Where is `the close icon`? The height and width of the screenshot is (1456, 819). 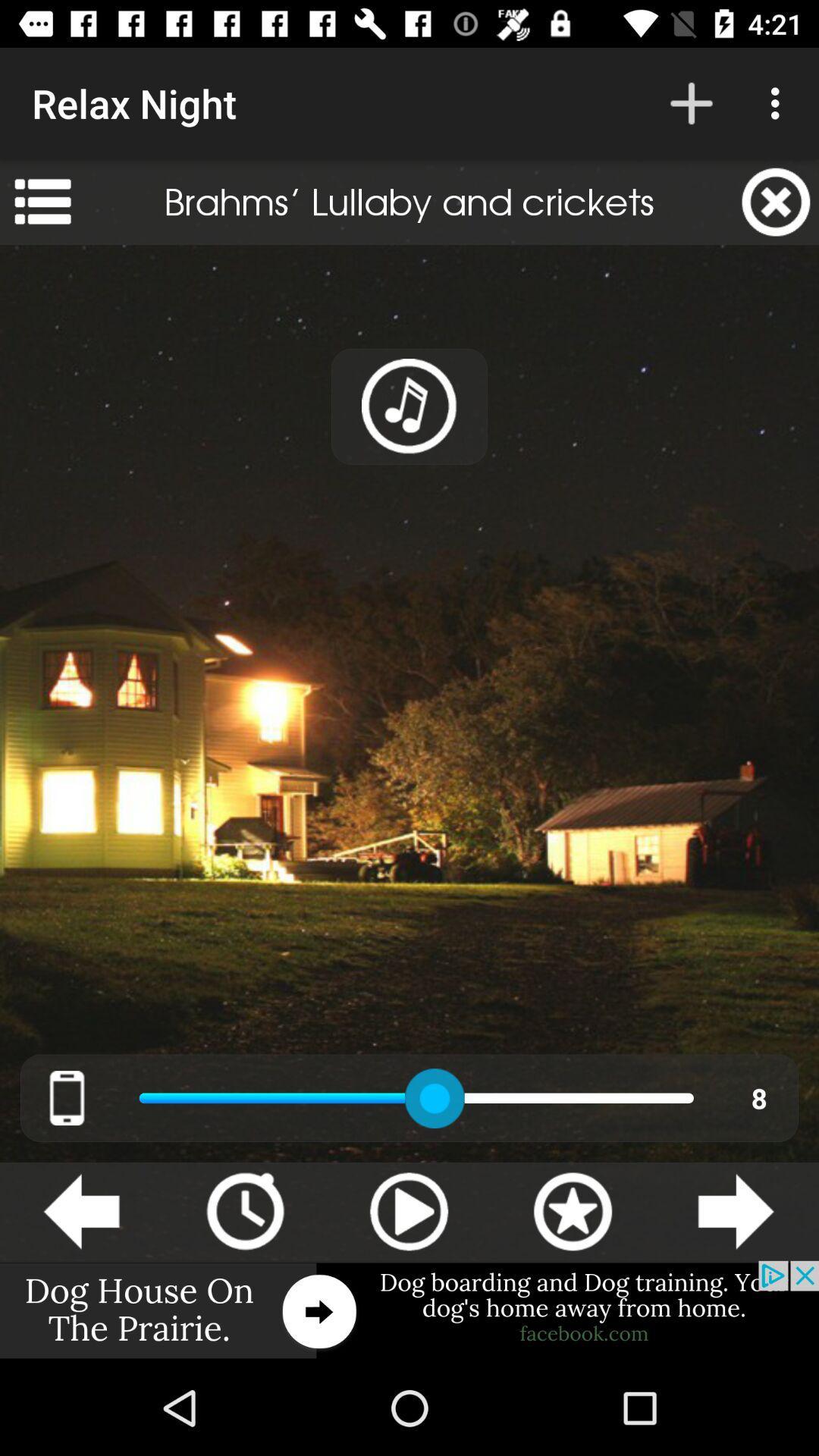
the close icon is located at coordinates (776, 201).